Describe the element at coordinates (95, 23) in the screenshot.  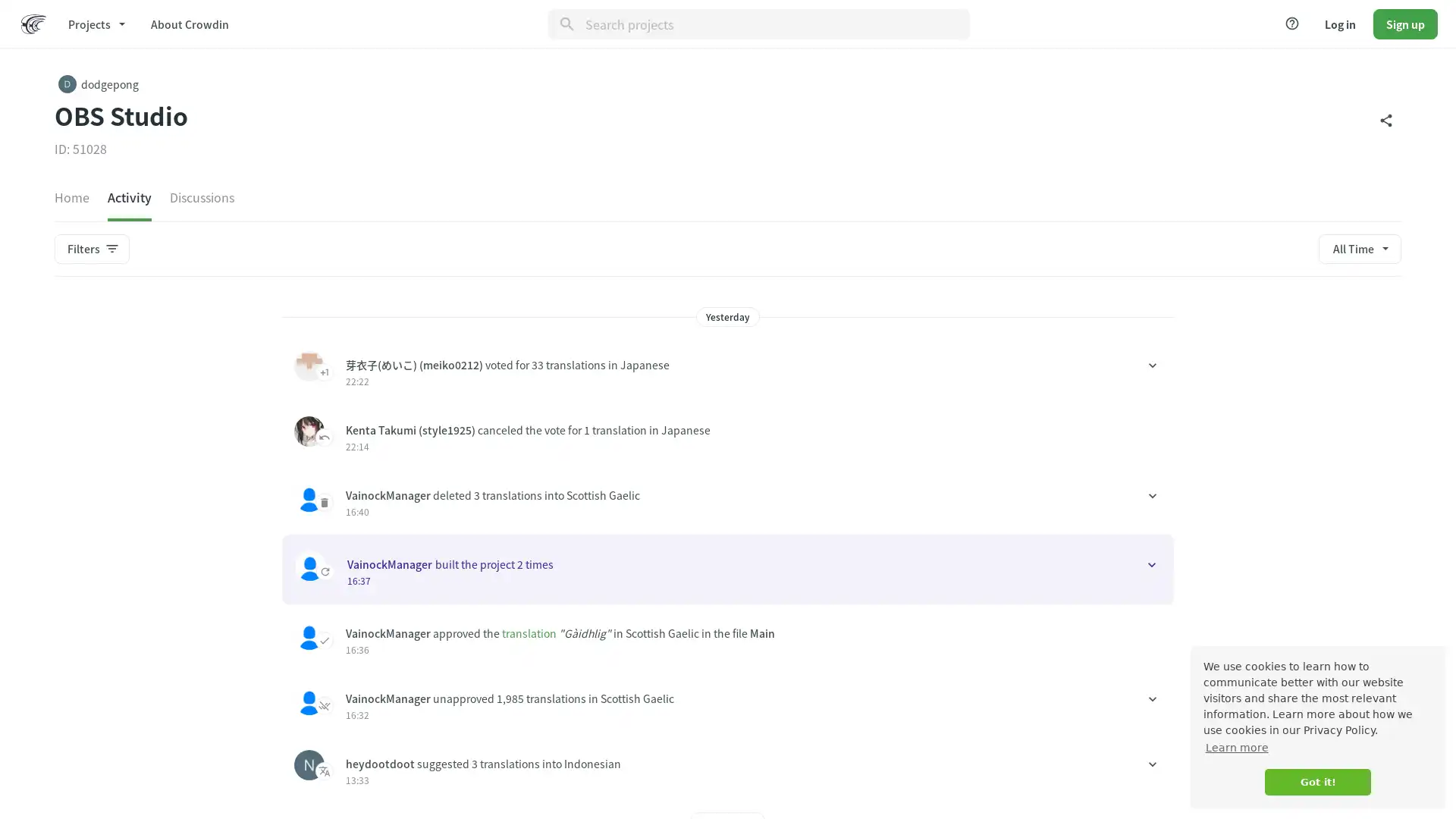
I see `Projects` at that location.